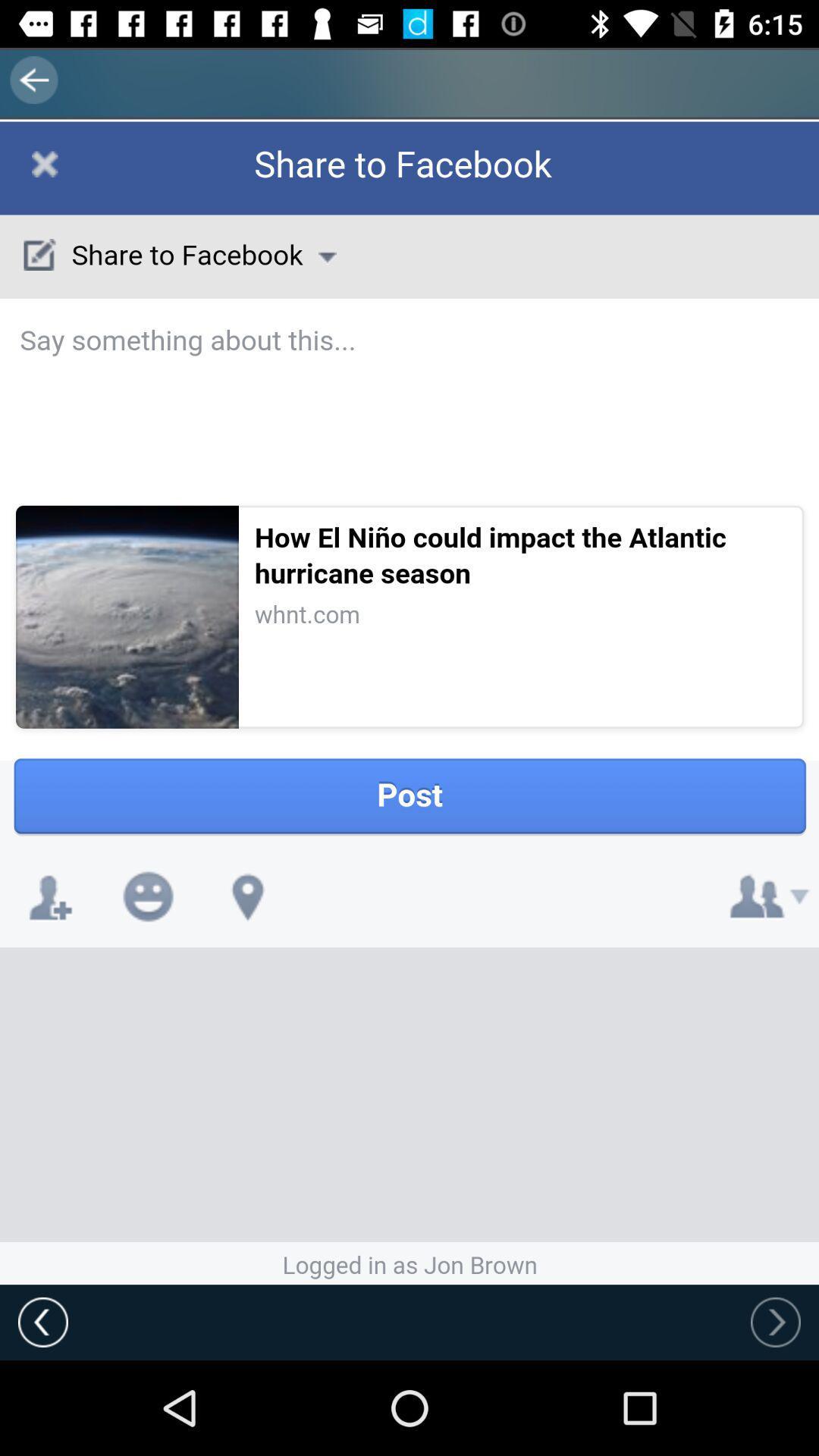 The height and width of the screenshot is (1456, 819). Describe the element at coordinates (43, 79) in the screenshot. I see `the arrow_backward icon` at that location.